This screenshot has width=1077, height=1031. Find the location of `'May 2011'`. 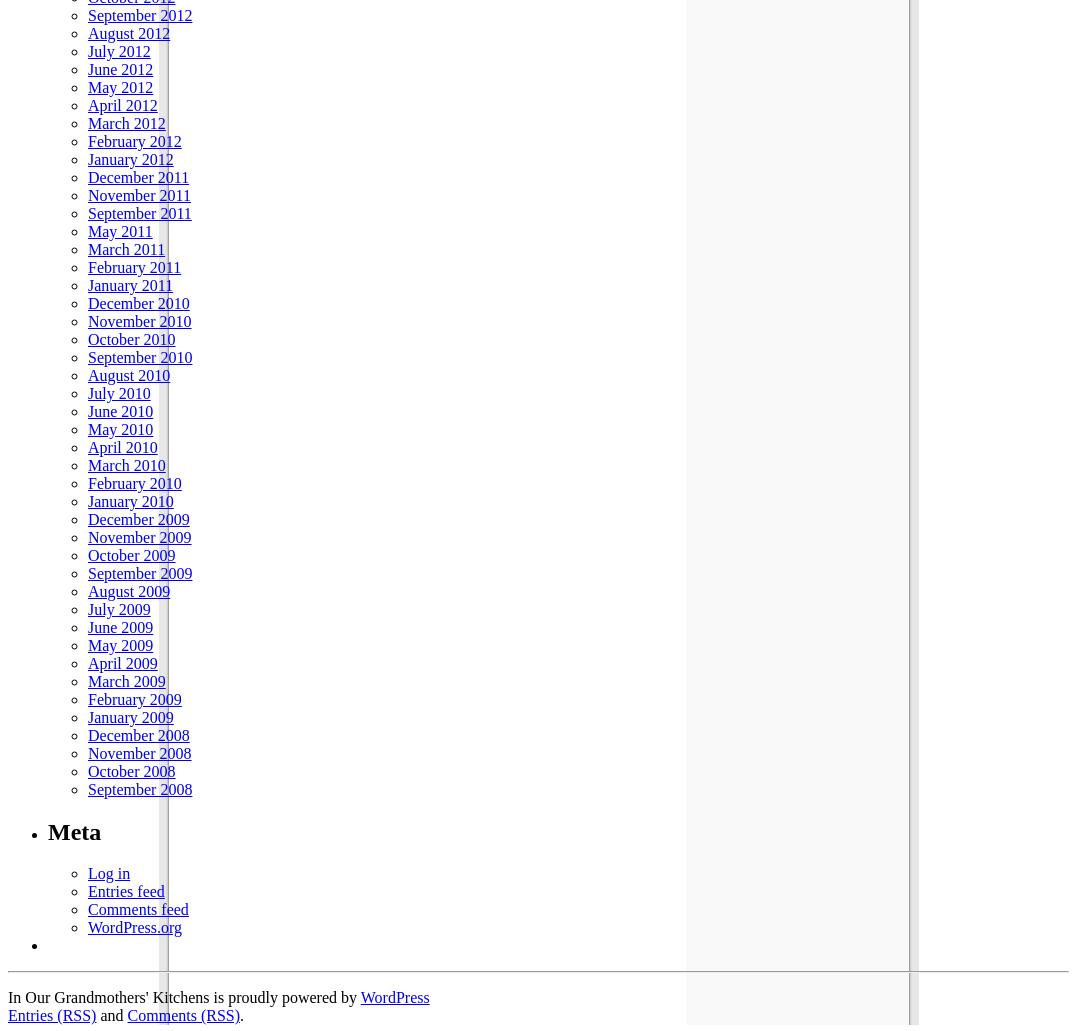

'May 2011' is located at coordinates (118, 230).